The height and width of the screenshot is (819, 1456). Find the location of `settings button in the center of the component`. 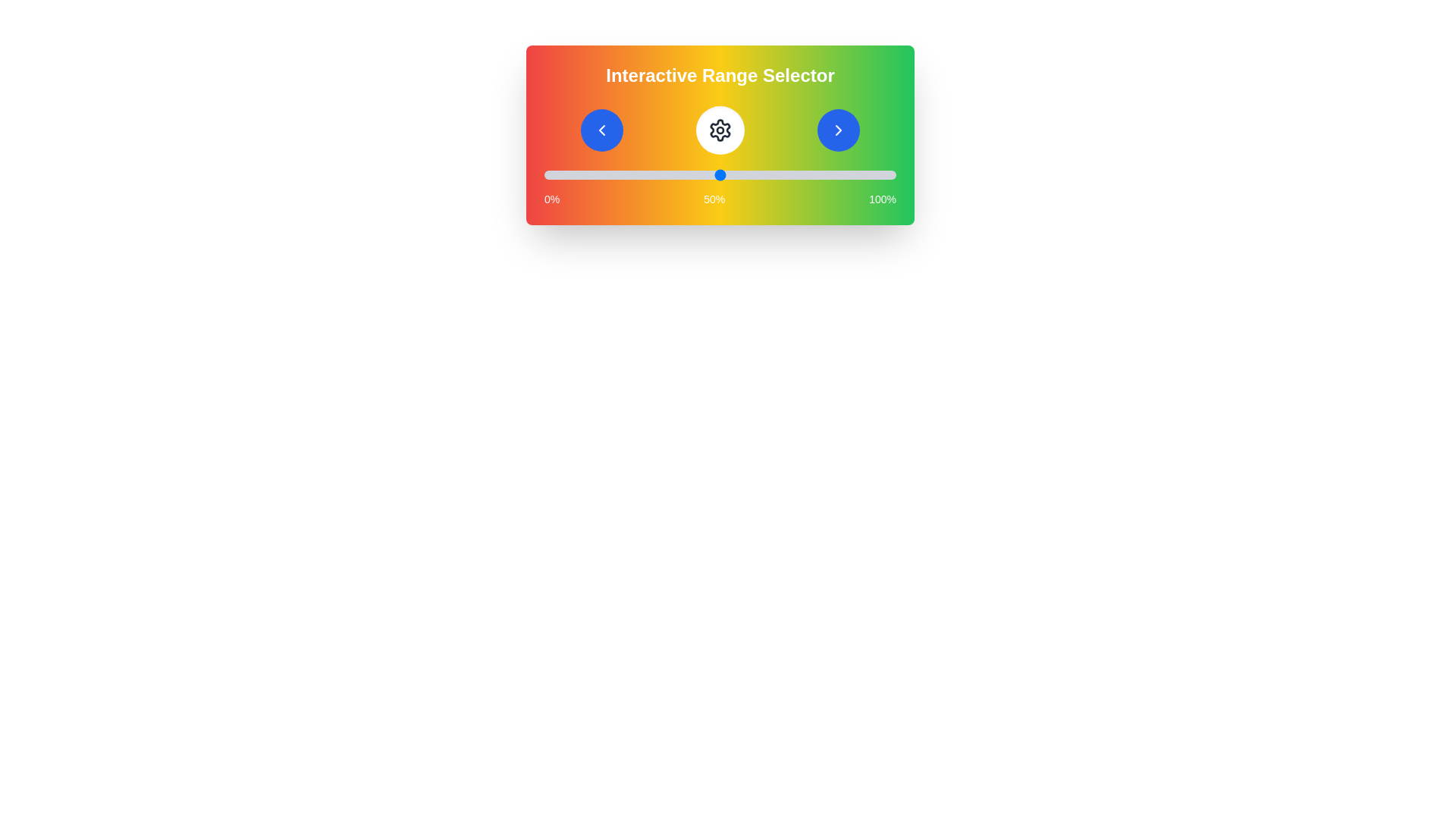

settings button in the center of the component is located at coordinates (720, 130).